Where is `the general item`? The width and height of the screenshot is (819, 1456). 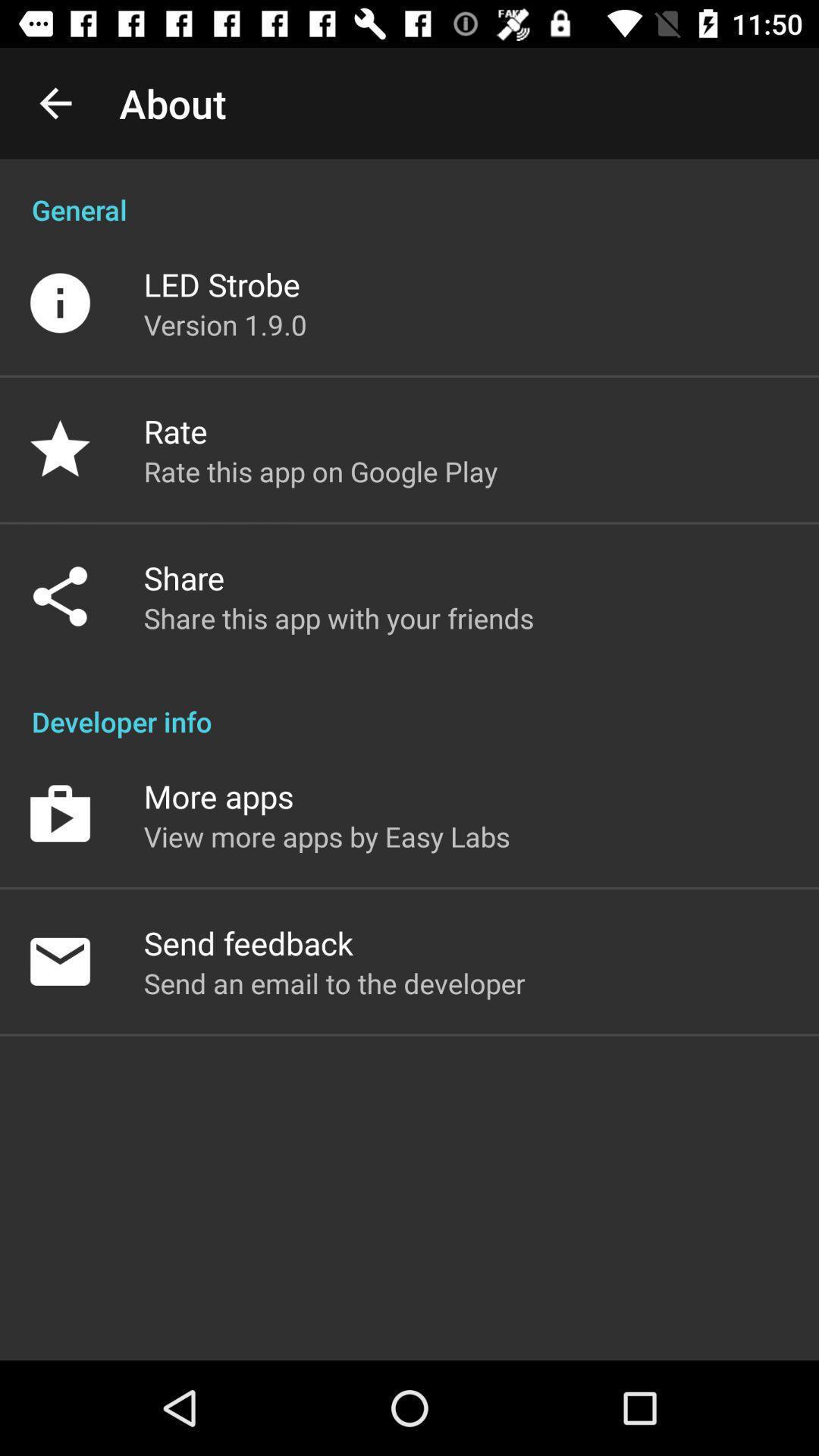 the general item is located at coordinates (409, 193).